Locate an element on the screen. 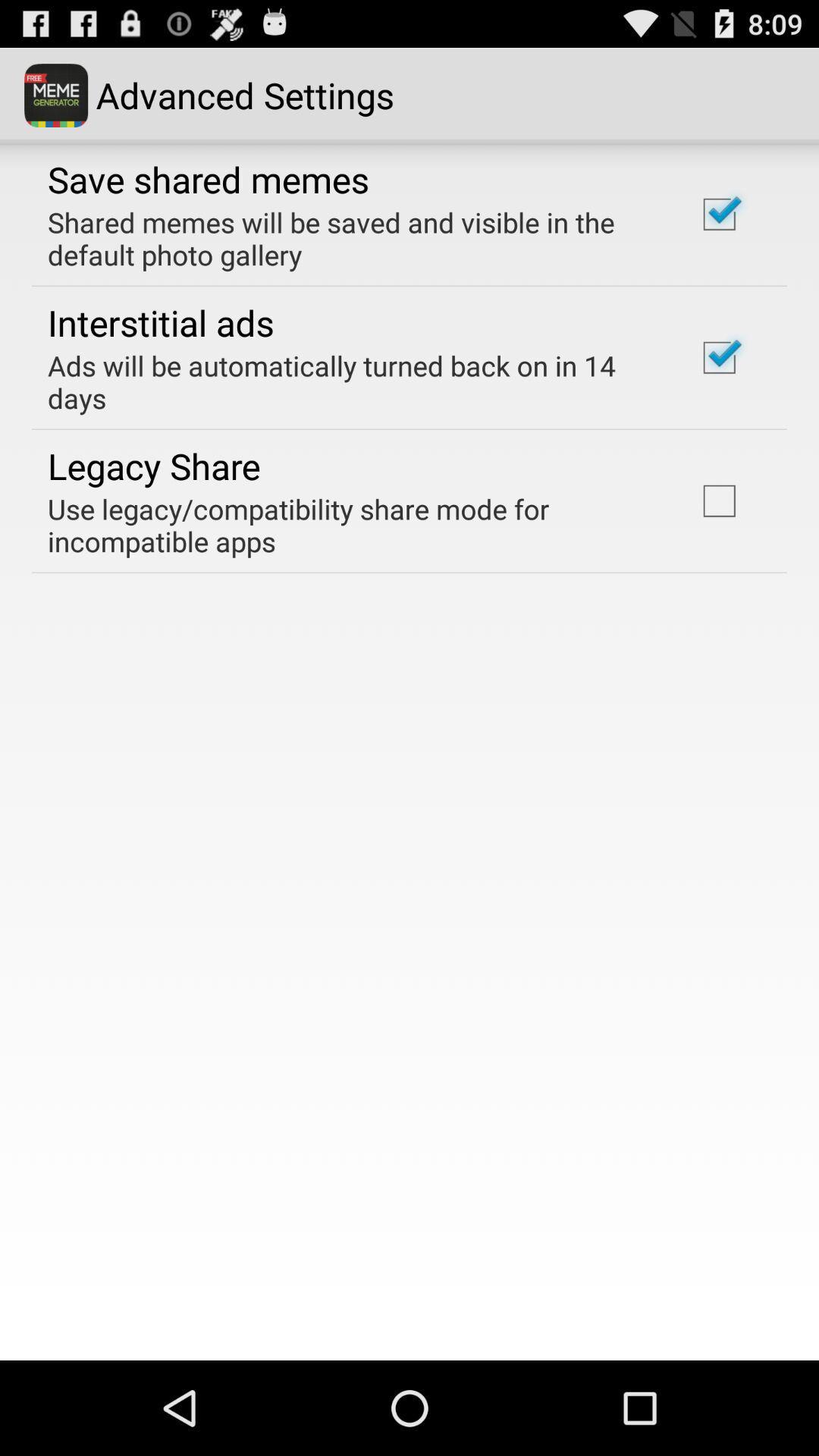  icon above ads will be app is located at coordinates (161, 322).